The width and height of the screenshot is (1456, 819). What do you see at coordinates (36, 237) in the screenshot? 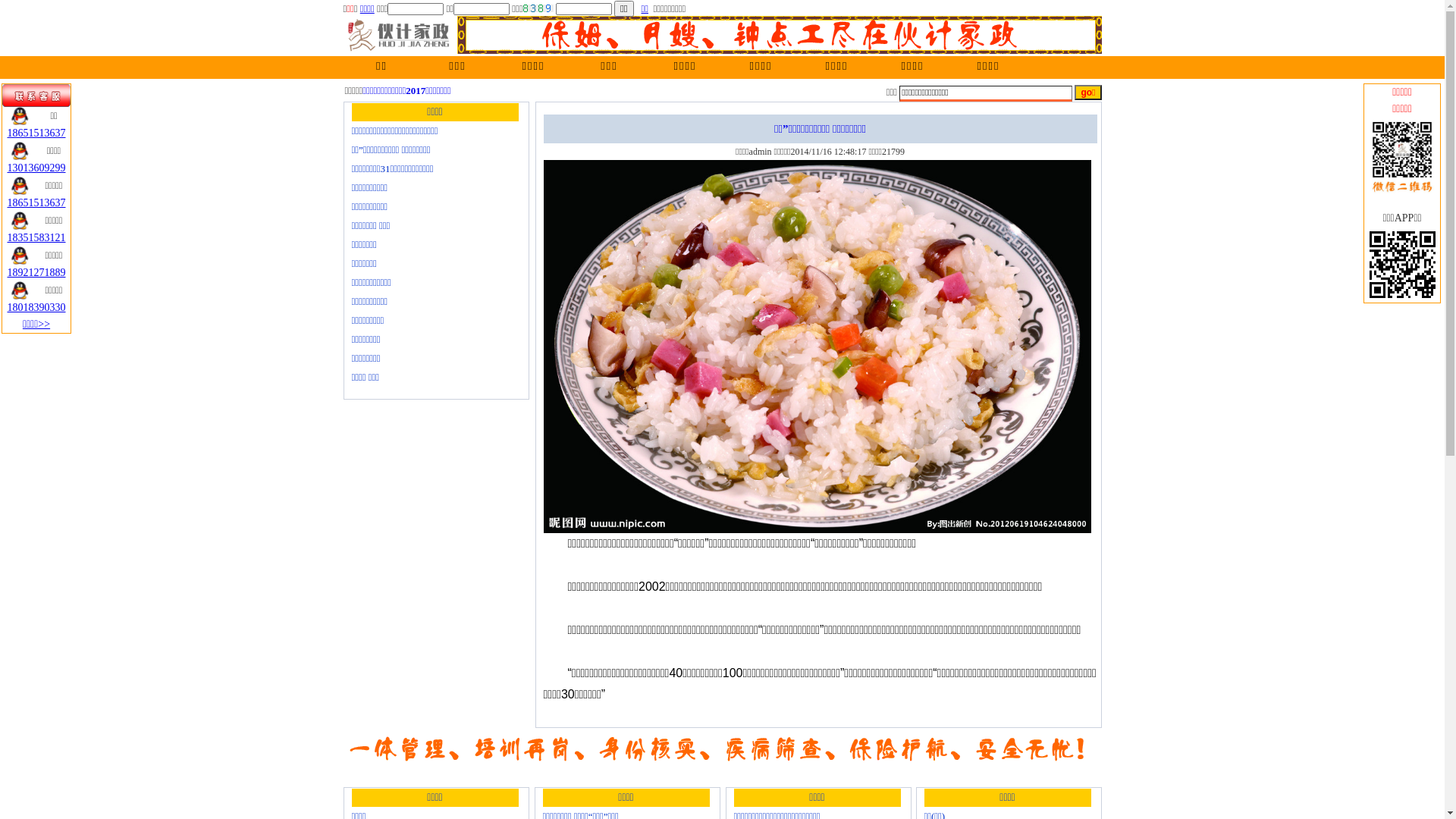
I see `'18351583121'` at bounding box center [36, 237].